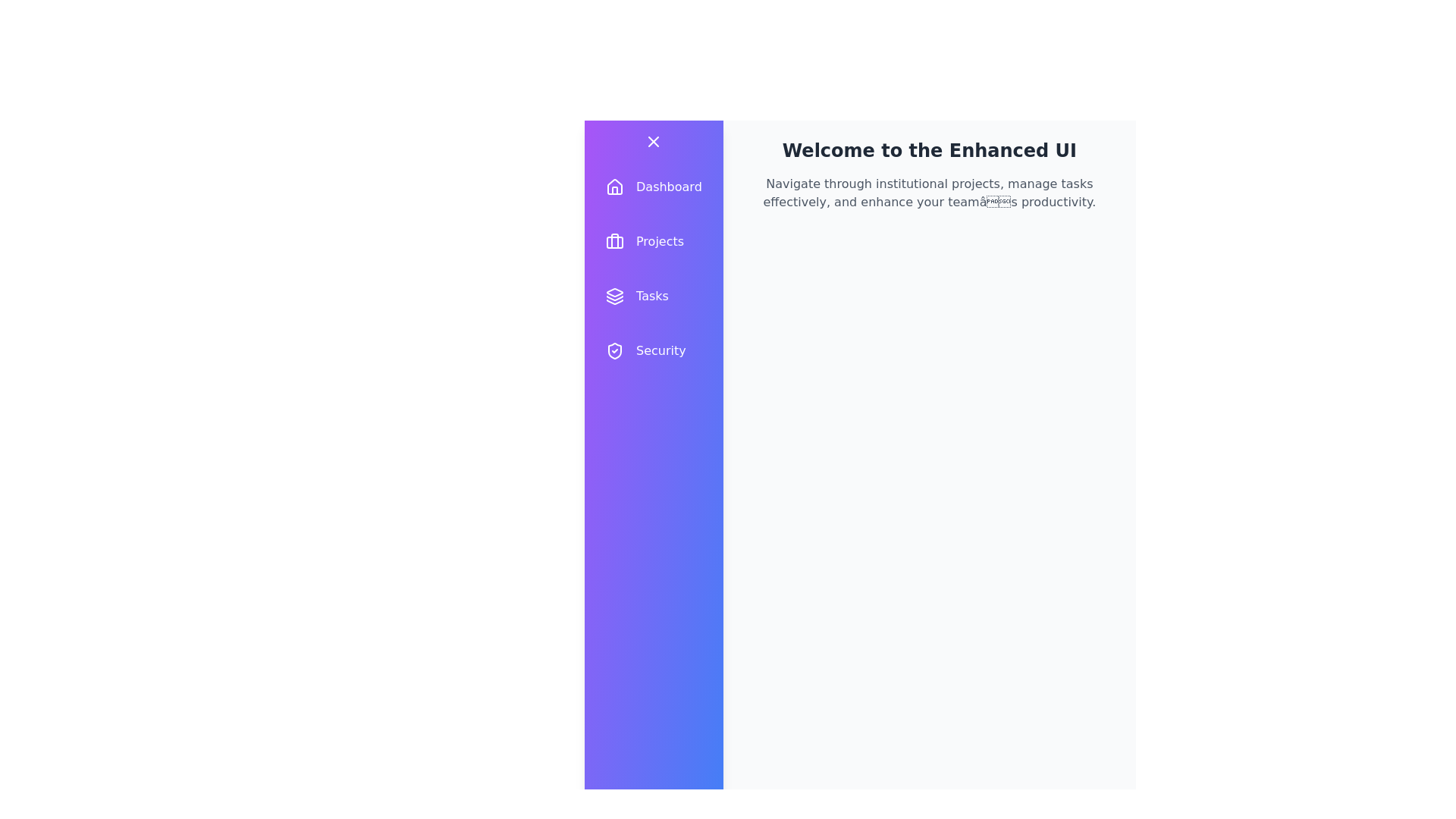 The image size is (1456, 819). Describe the element at coordinates (654, 141) in the screenshot. I see `the close button located at the top of the sidebar` at that location.